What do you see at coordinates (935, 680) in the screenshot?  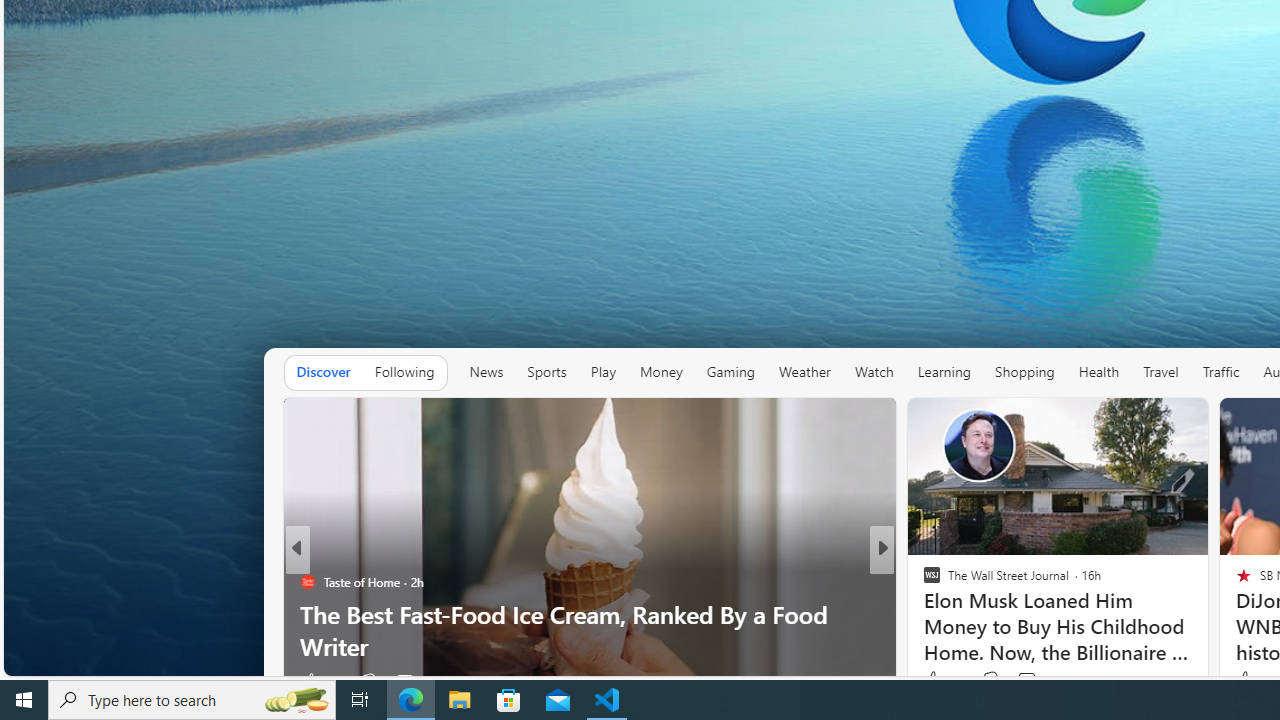 I see `'347 Like'` at bounding box center [935, 680].